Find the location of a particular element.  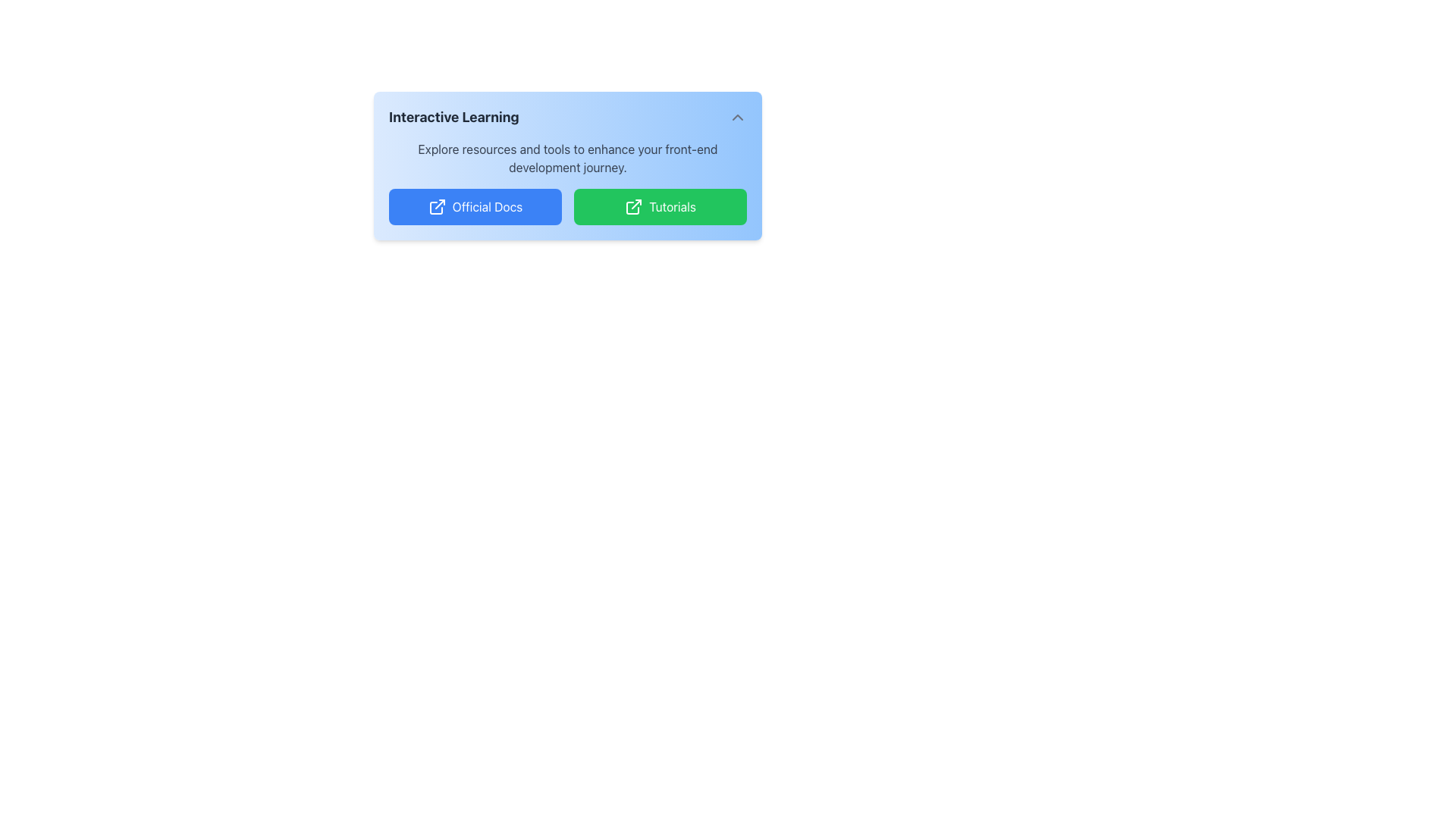

the external link icon with a blue background and white outline, located to the left of the 'Official Docs' button for visual feedback is located at coordinates (436, 207).